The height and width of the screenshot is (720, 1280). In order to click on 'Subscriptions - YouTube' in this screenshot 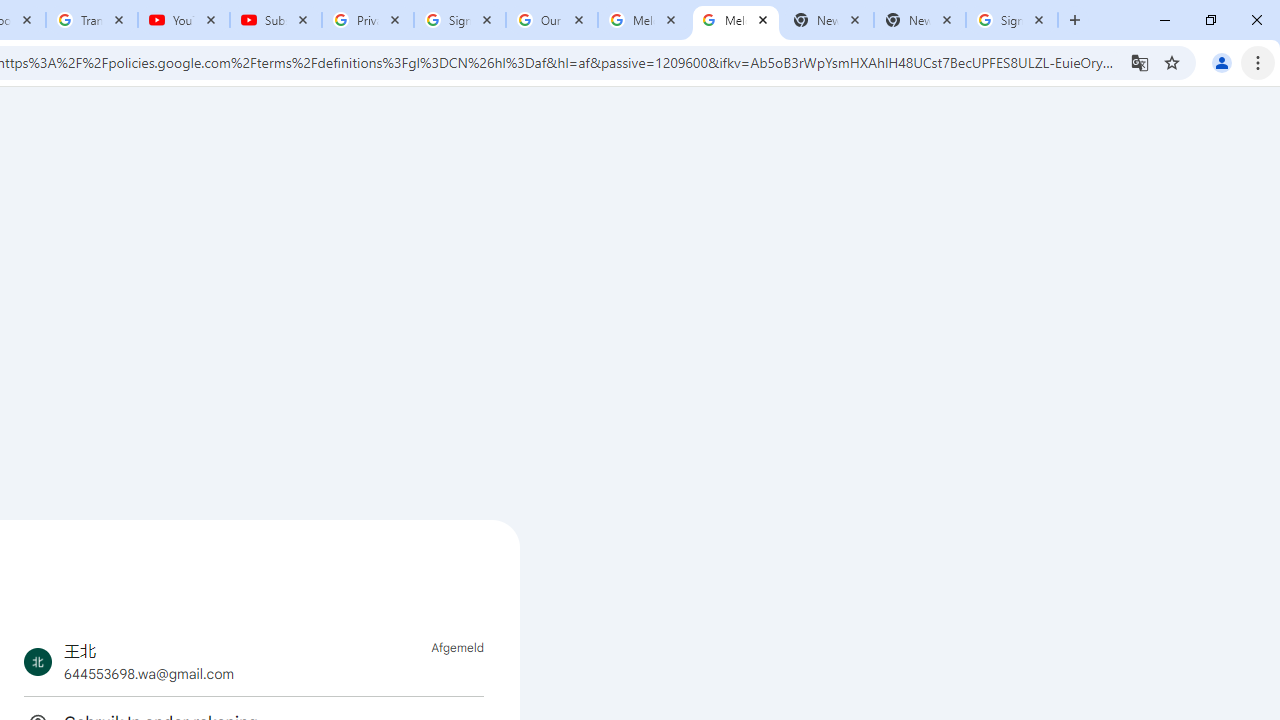, I will do `click(275, 20)`.